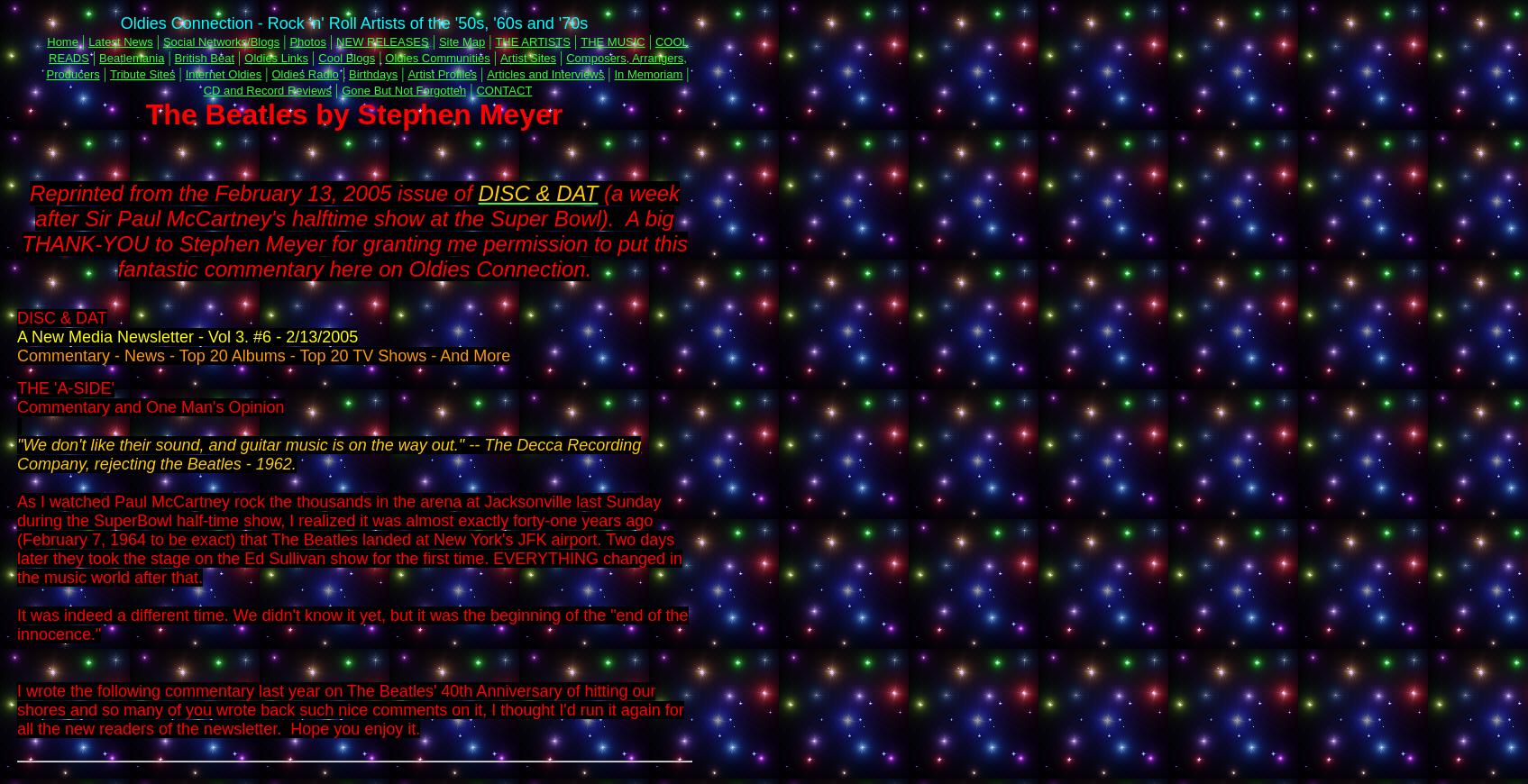 The width and height of the screenshot is (1528, 784). I want to click on 'In Memoriam', so click(647, 73).